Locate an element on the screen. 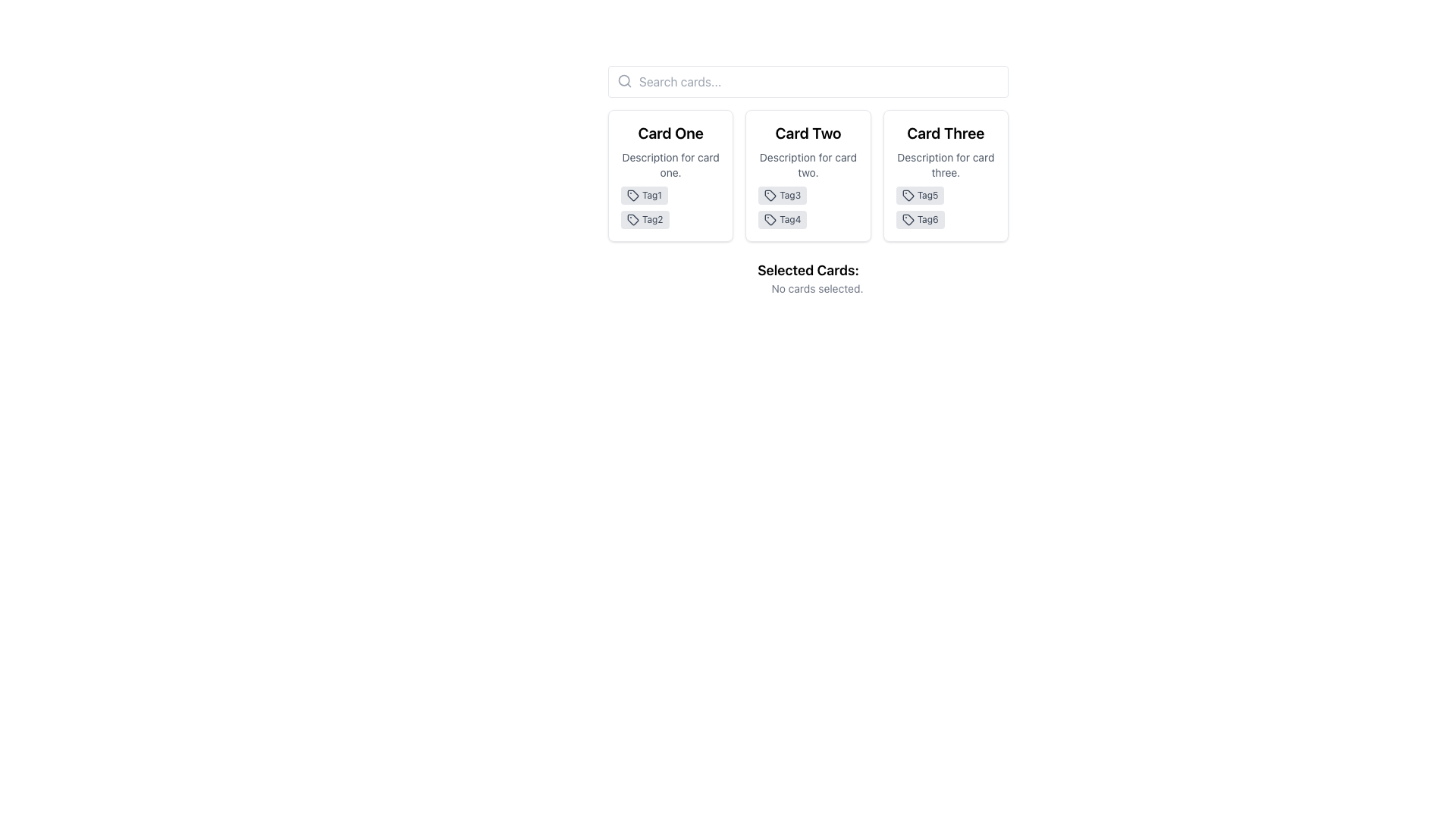  the 'Tag4' icon located within the second card of the horizontal card deck, specifically associated with 'Card Two' is located at coordinates (770, 219).